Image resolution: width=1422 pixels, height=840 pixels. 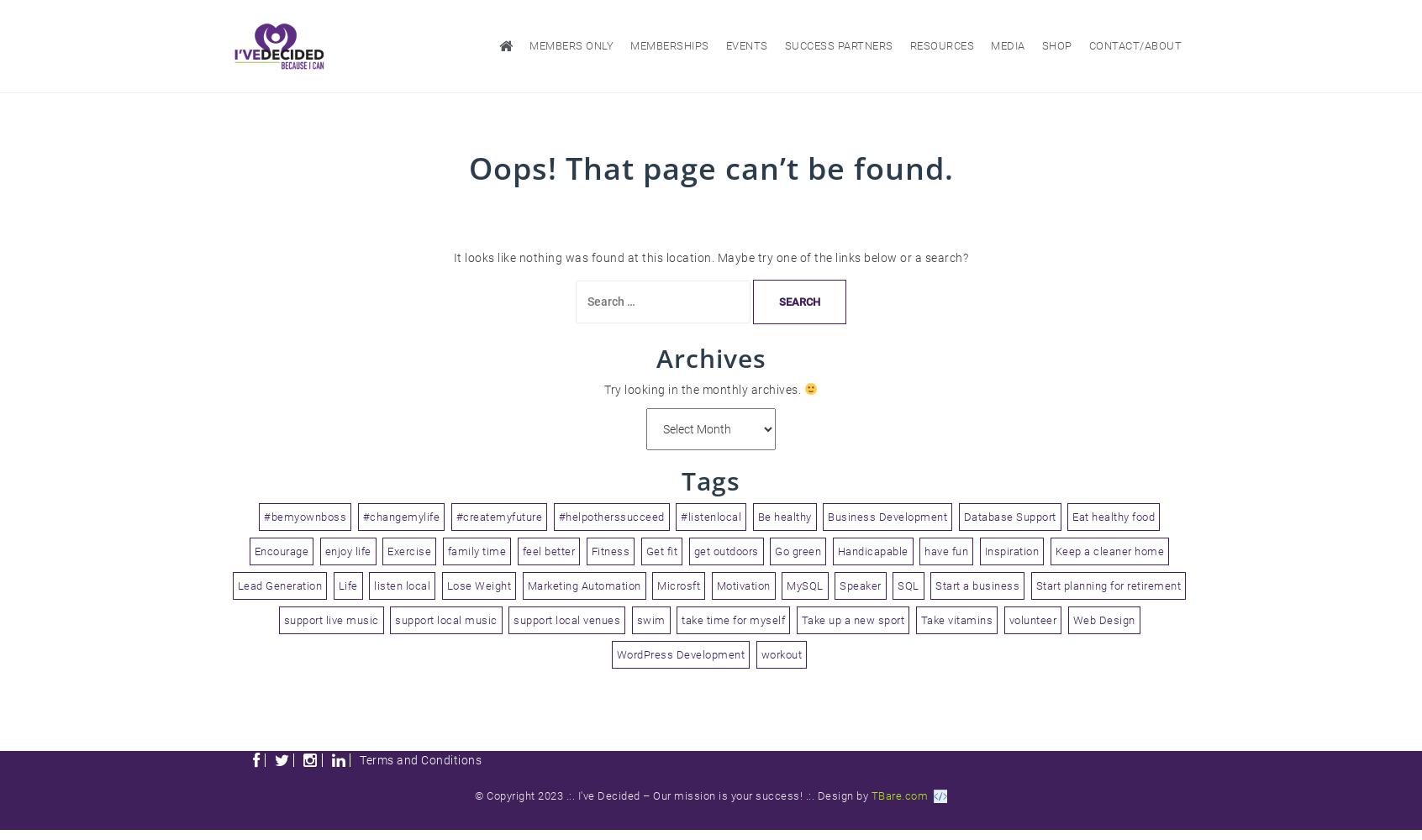 What do you see at coordinates (304, 515) in the screenshot?
I see `'#bemyownboss'` at bounding box center [304, 515].